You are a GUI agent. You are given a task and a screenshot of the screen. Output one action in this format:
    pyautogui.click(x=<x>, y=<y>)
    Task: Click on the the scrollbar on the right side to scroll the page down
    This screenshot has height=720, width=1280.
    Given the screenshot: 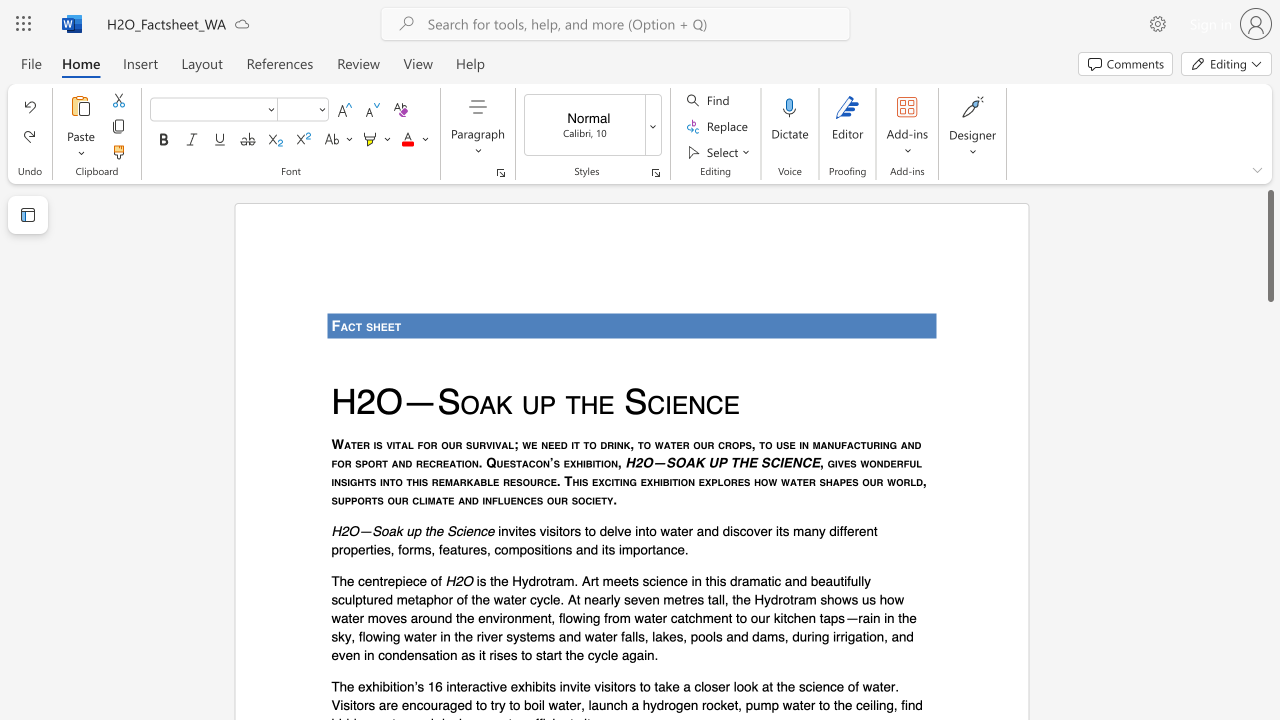 What is the action you would take?
    pyautogui.click(x=1269, y=418)
    